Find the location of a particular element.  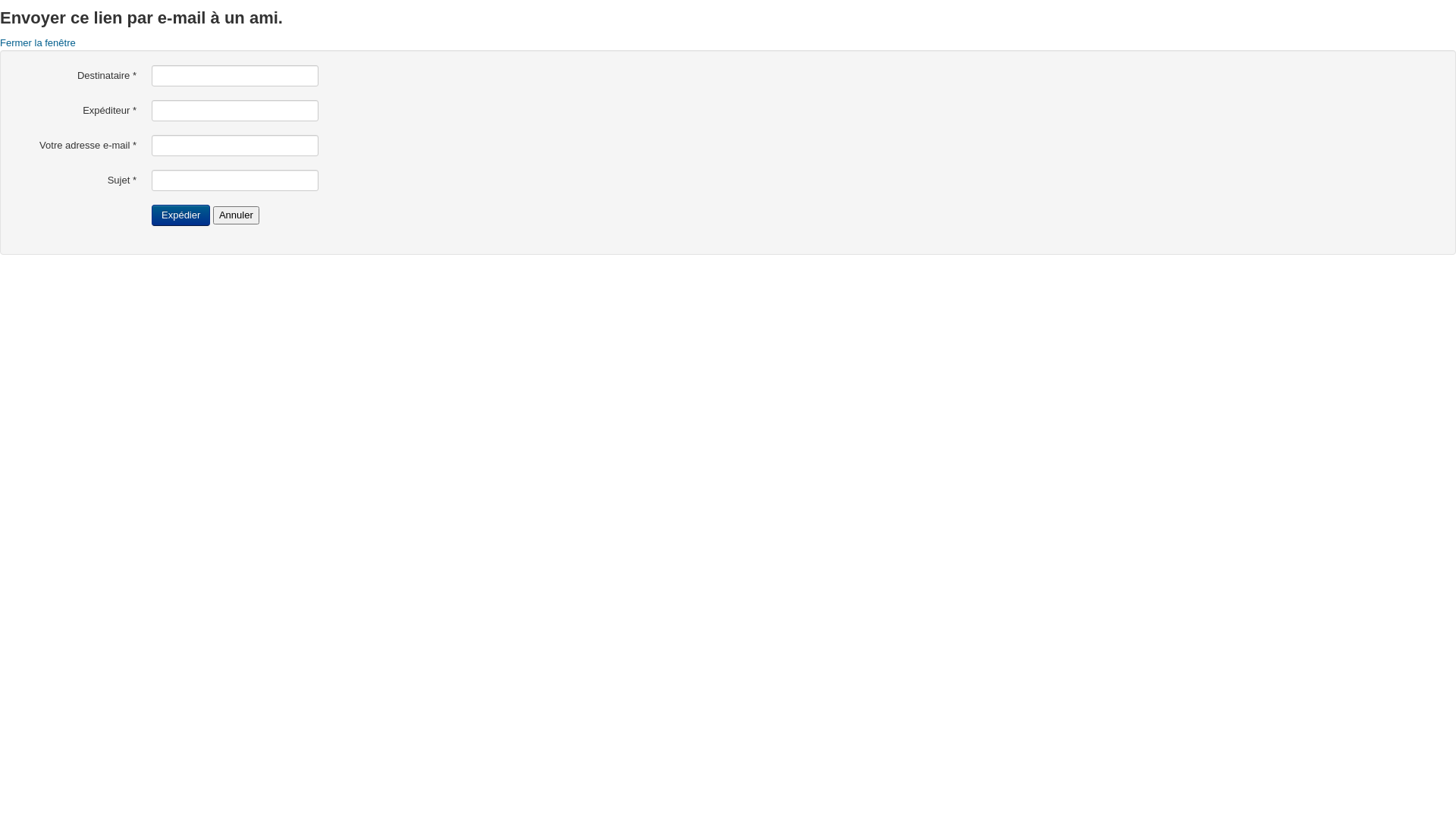

'Annuler' is located at coordinates (235, 215).